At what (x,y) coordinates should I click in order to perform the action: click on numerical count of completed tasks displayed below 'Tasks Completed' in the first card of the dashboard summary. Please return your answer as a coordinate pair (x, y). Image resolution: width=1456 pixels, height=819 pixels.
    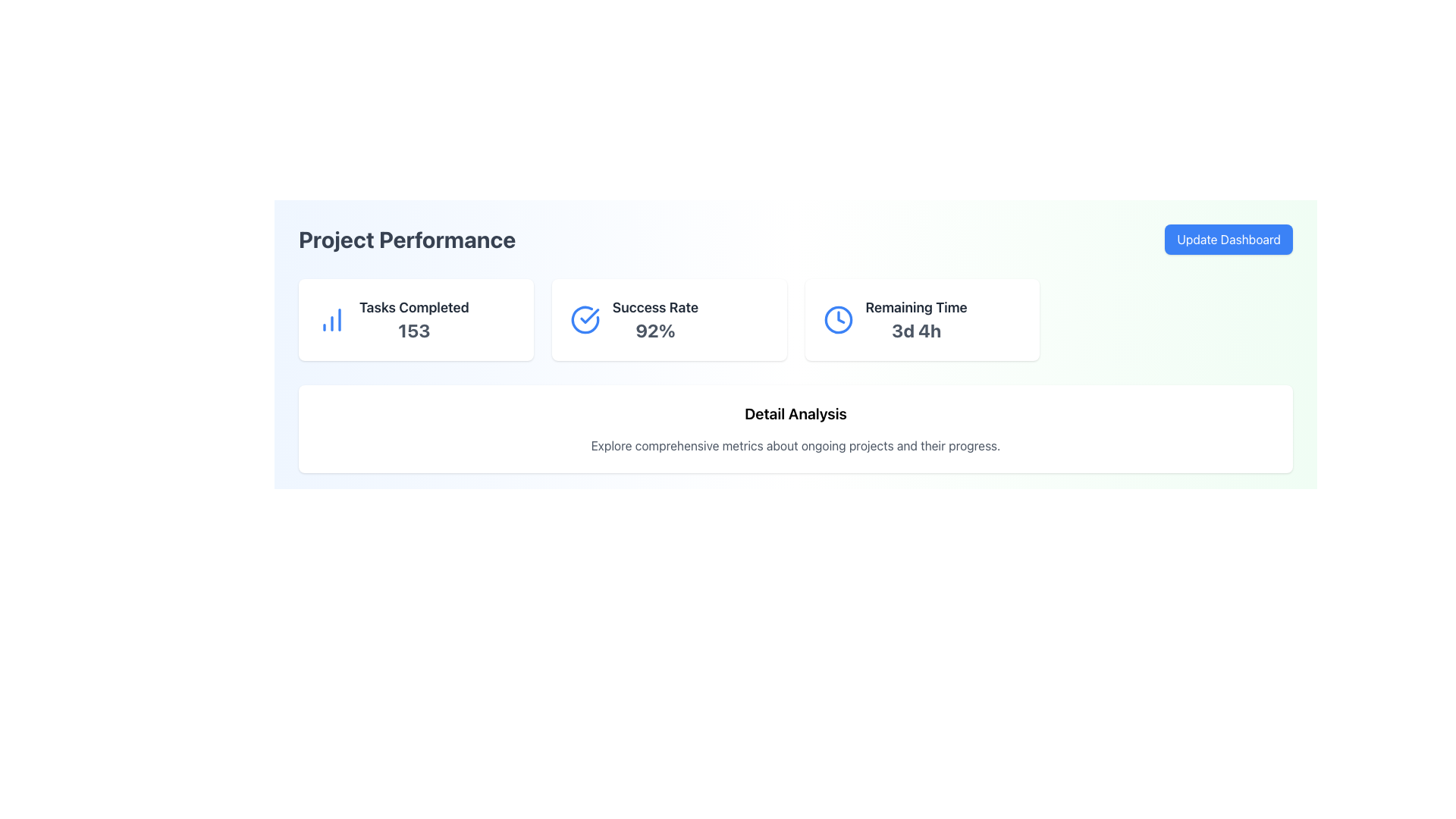
    Looking at the image, I should click on (414, 329).